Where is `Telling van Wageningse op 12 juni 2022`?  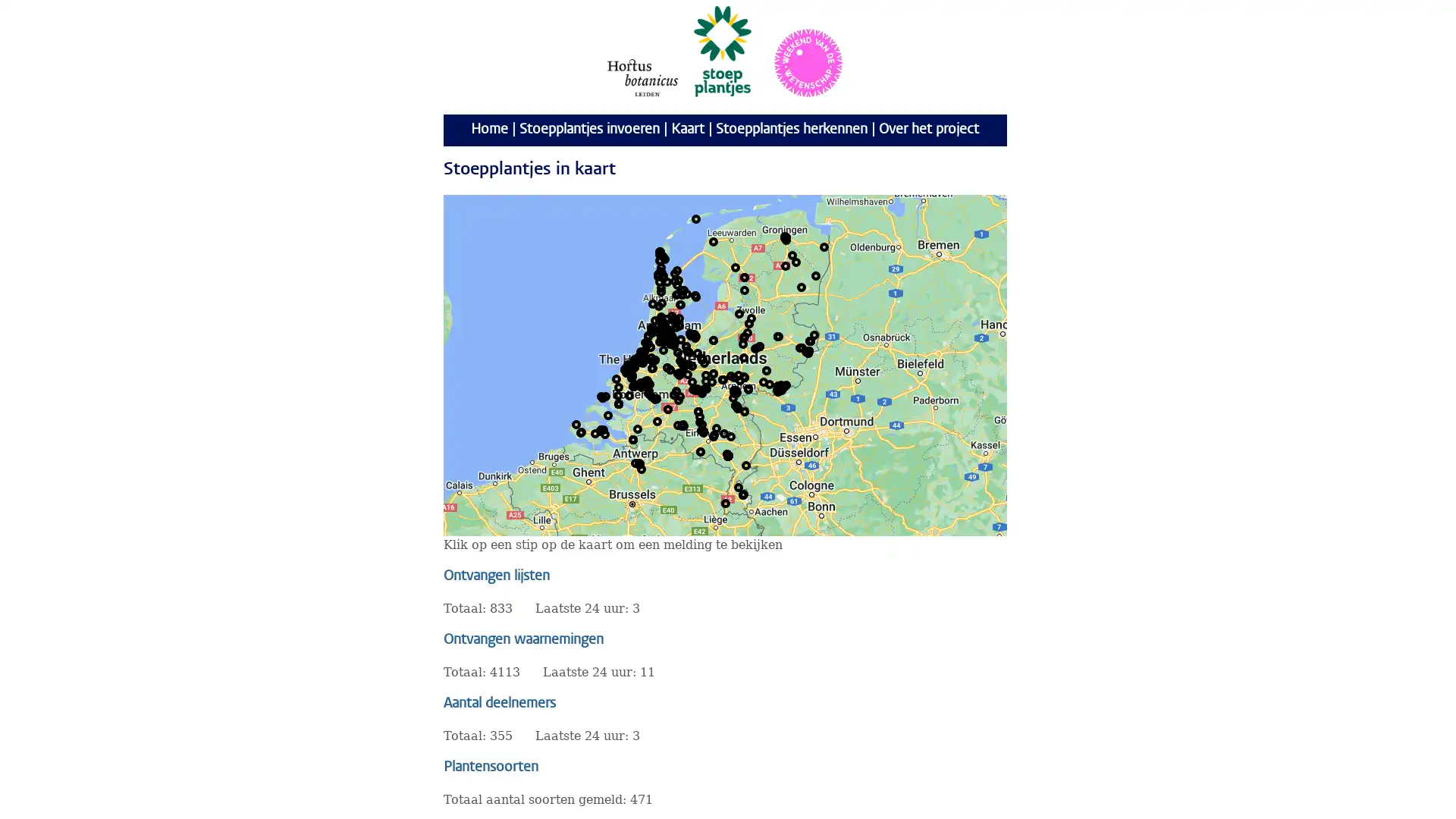 Telling van Wageningse op 12 juni 2022 is located at coordinates (722, 378).